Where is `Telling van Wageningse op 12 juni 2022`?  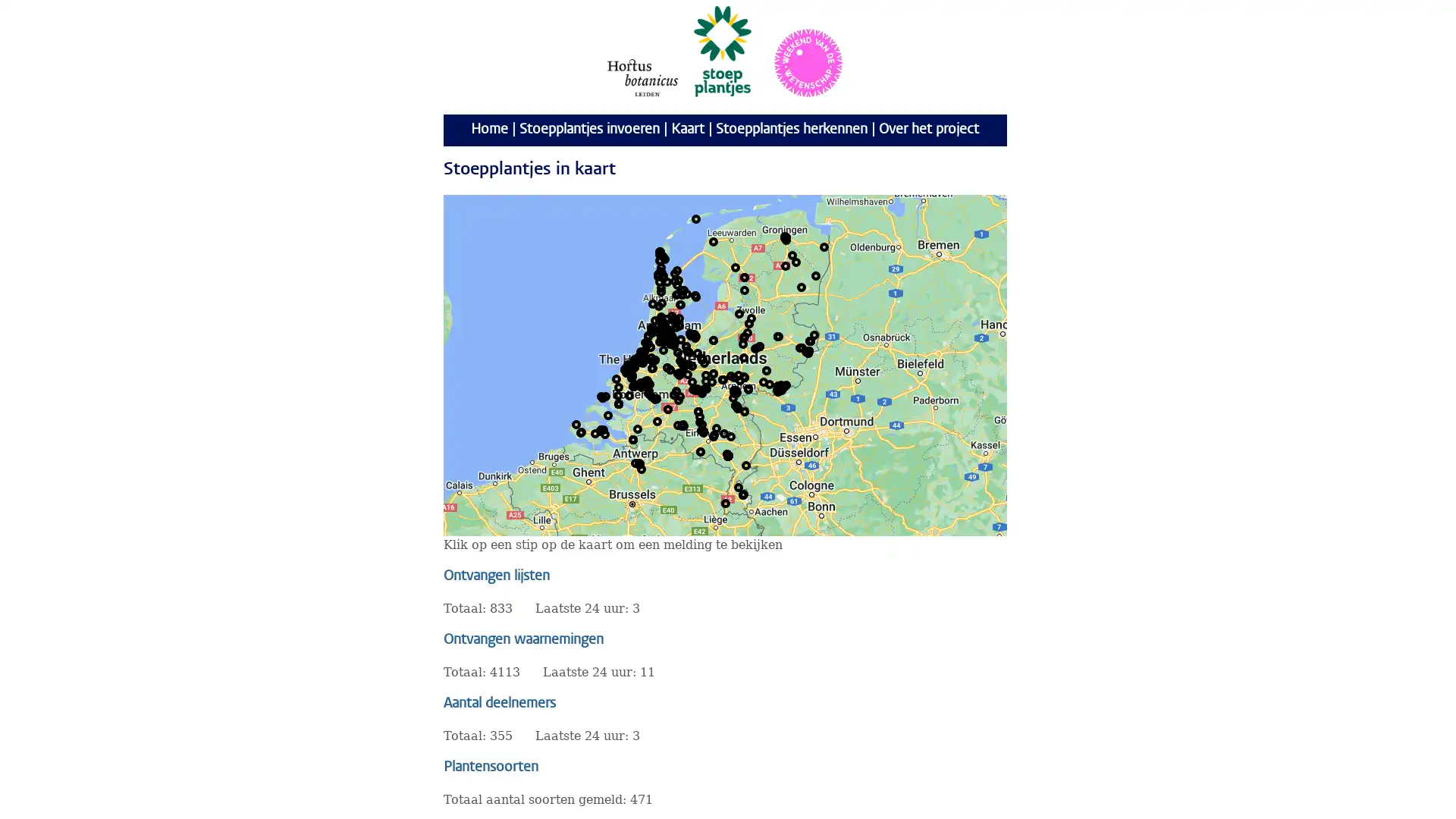 Telling van Wageningse op 12 juni 2022 is located at coordinates (722, 378).